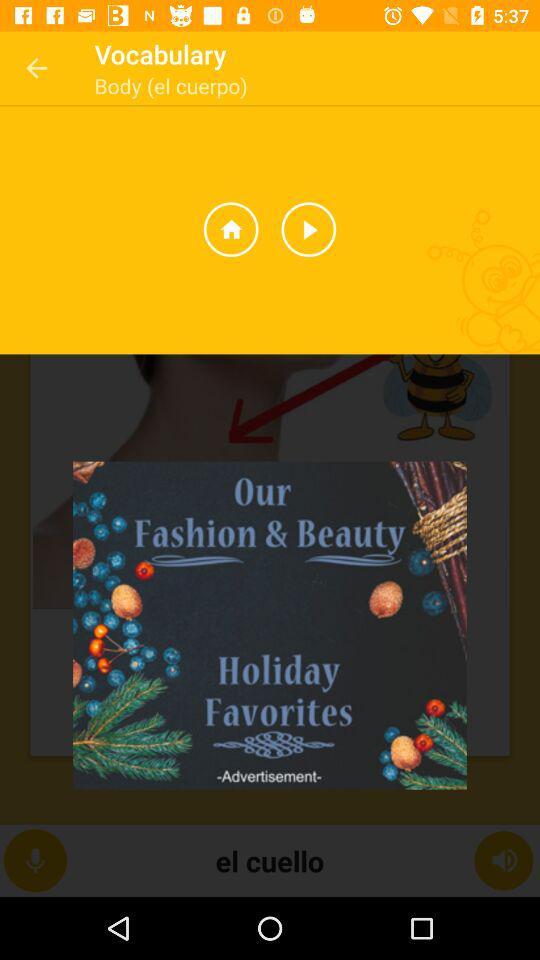 Image resolution: width=540 pixels, height=960 pixels. Describe the element at coordinates (230, 229) in the screenshot. I see `the home icon` at that location.